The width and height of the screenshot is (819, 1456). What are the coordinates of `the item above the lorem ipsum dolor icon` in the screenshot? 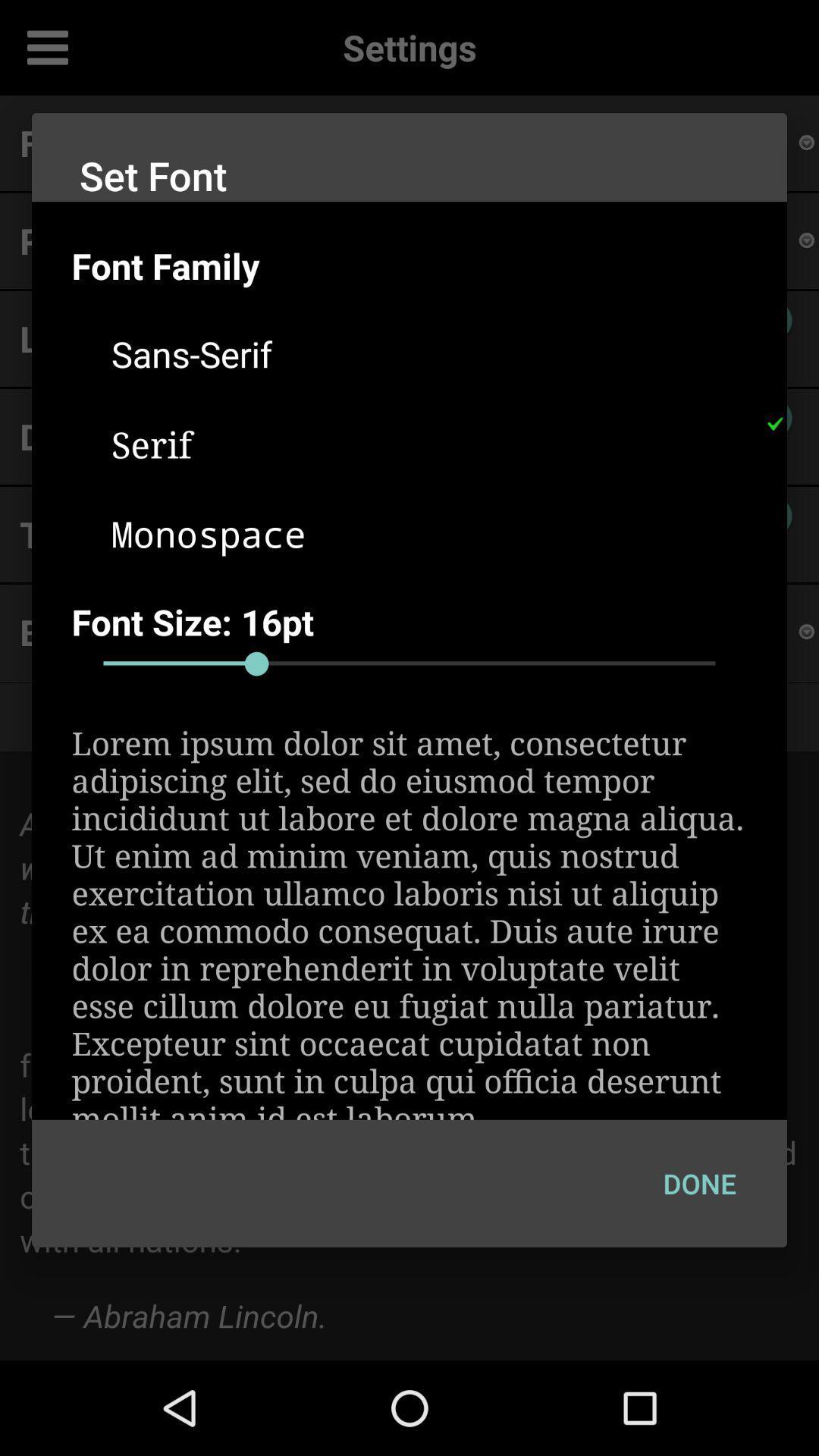 It's located at (409, 664).